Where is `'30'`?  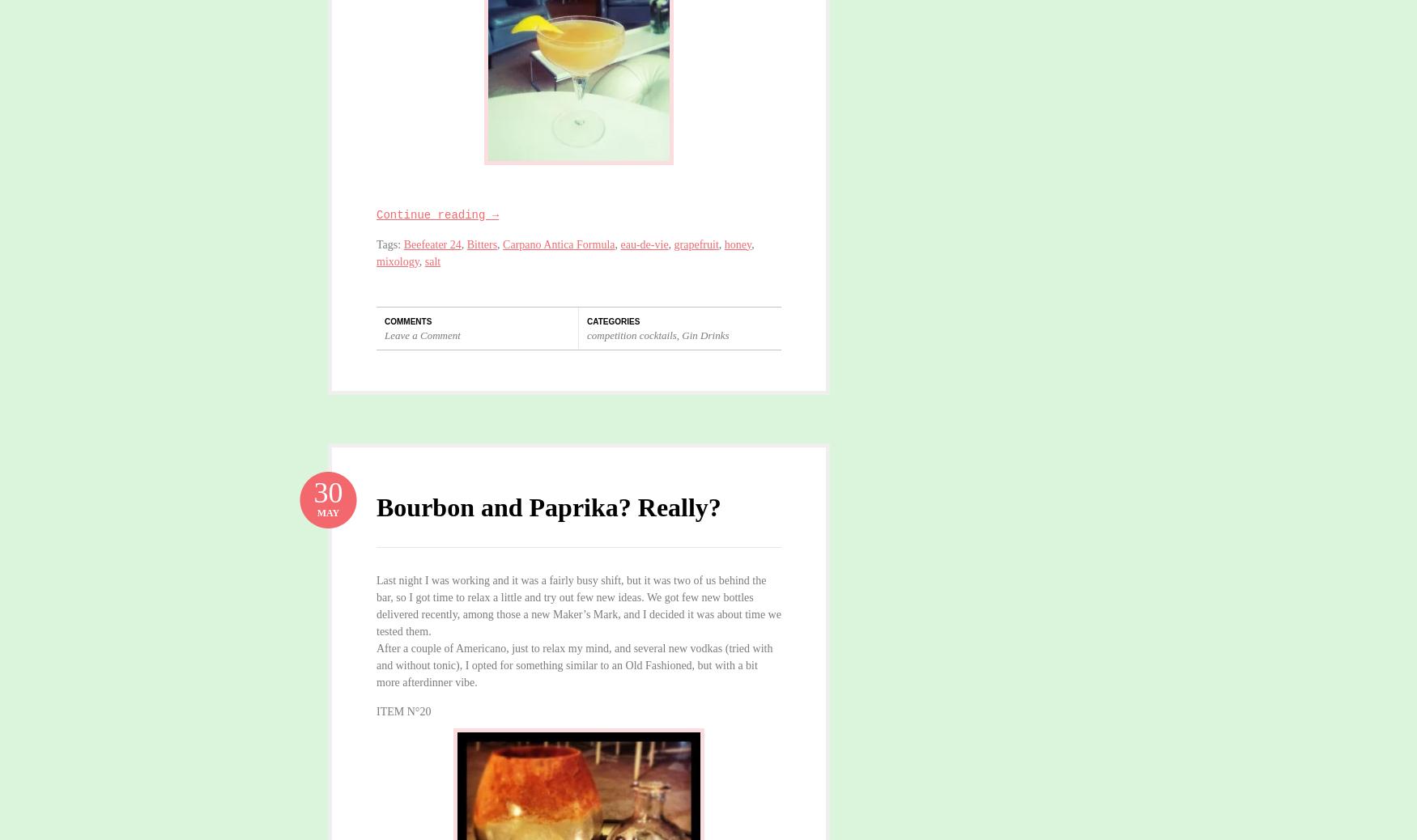
'30' is located at coordinates (312, 491).